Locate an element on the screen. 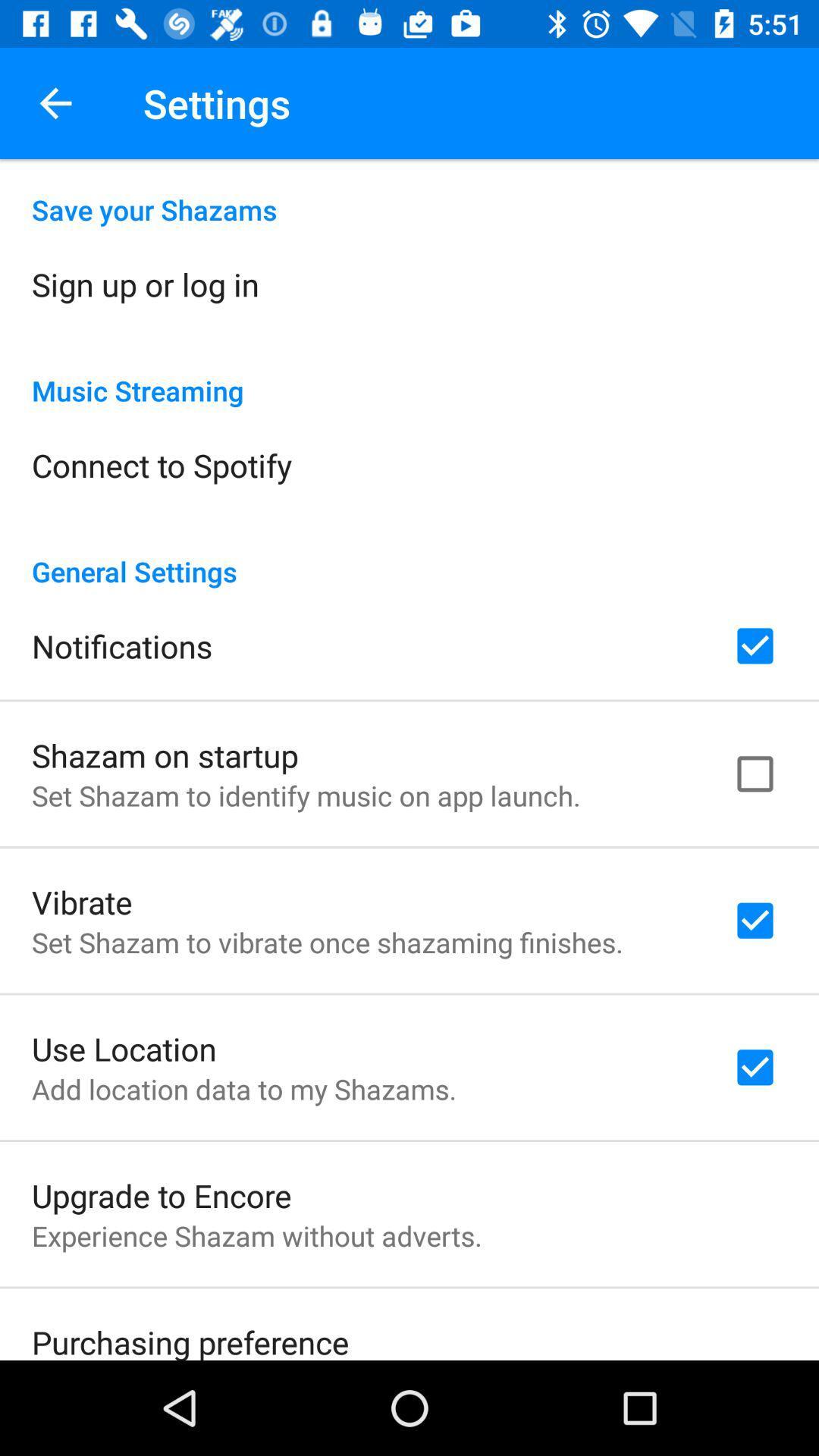 This screenshot has height=1456, width=819. the icon below the add location data item is located at coordinates (162, 1194).